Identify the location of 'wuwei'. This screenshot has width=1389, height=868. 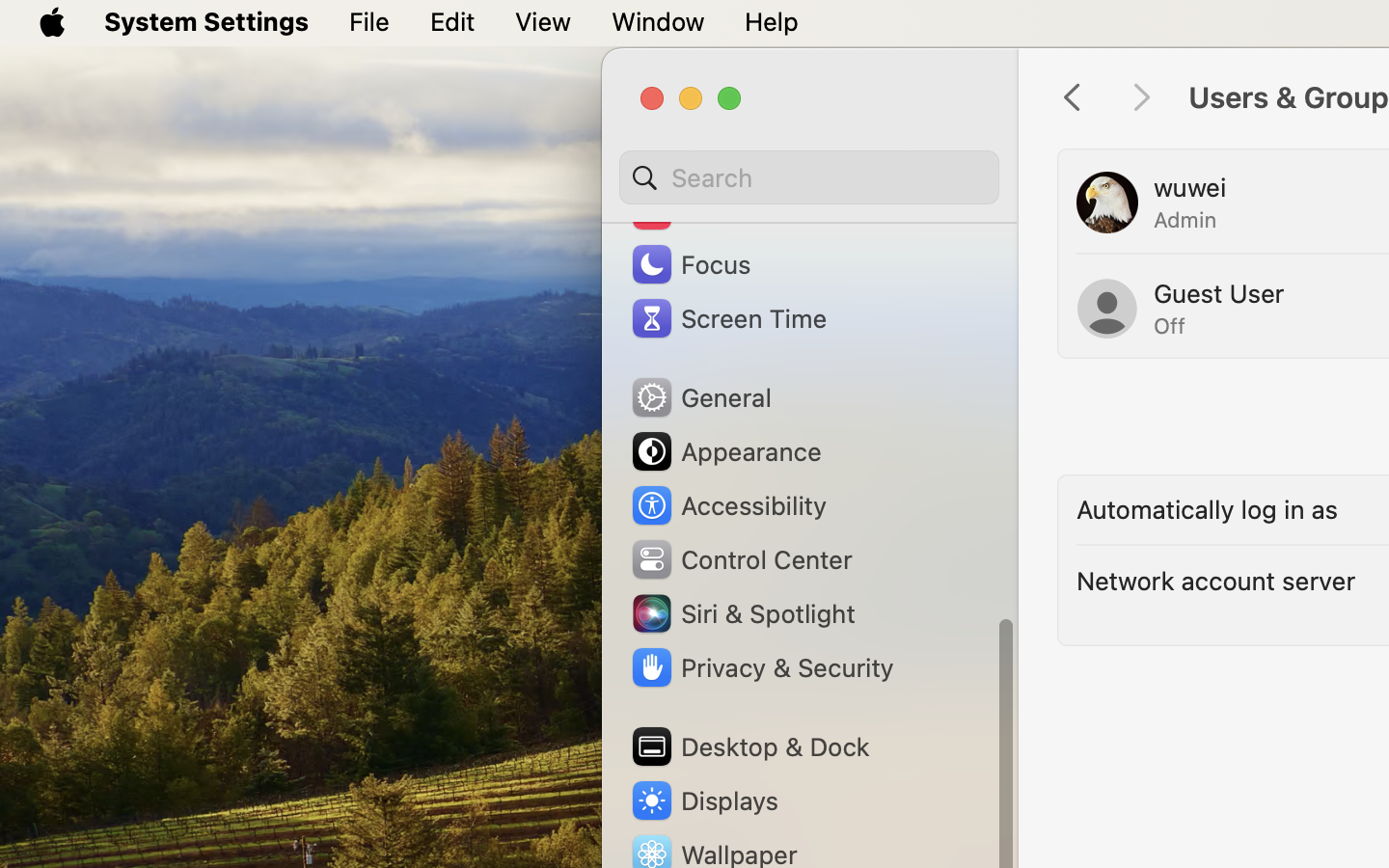
(1188, 187).